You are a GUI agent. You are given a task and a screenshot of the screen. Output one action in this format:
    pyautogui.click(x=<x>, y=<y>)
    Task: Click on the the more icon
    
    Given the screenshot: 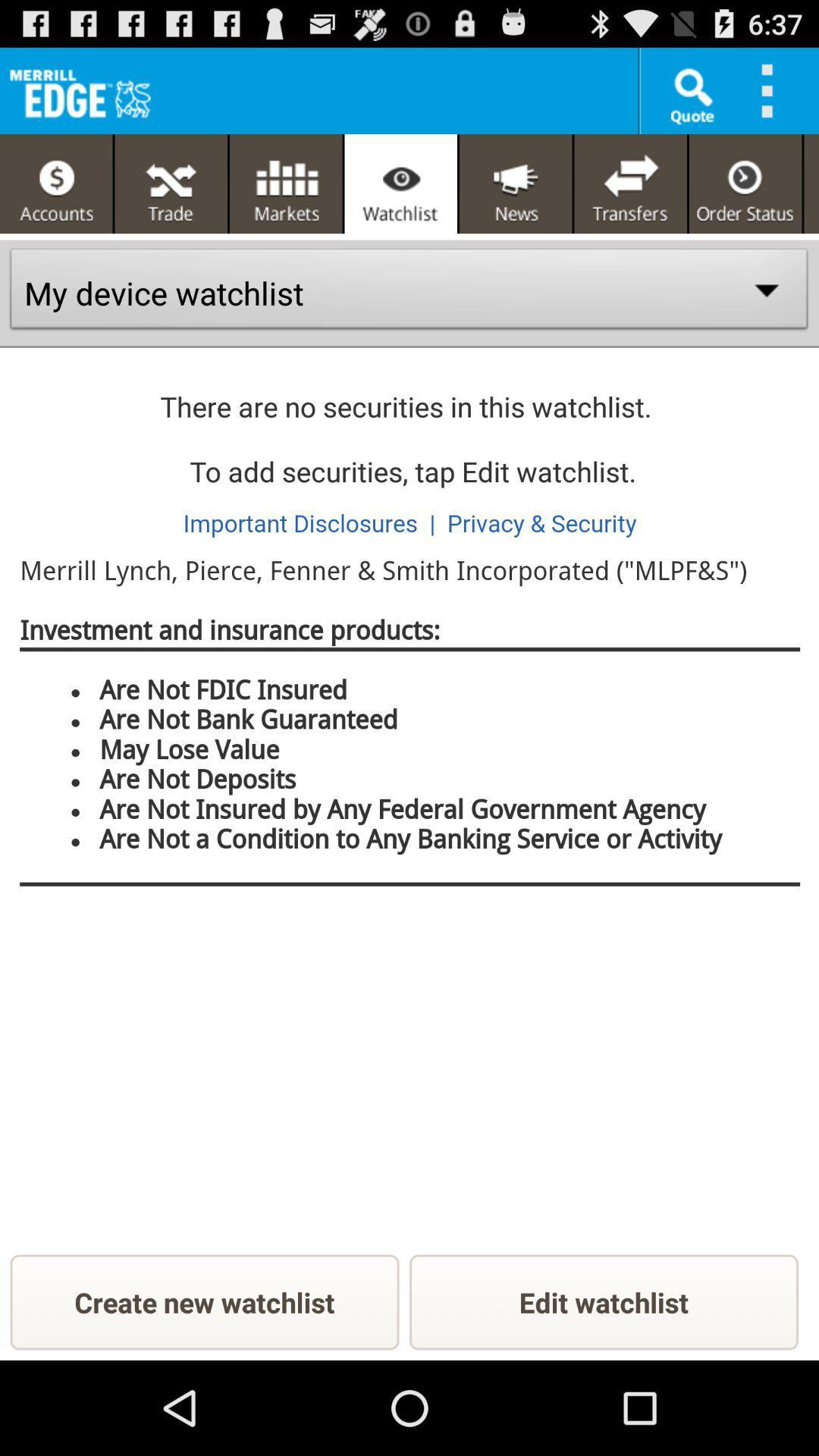 What is the action you would take?
    pyautogui.click(x=772, y=96)
    